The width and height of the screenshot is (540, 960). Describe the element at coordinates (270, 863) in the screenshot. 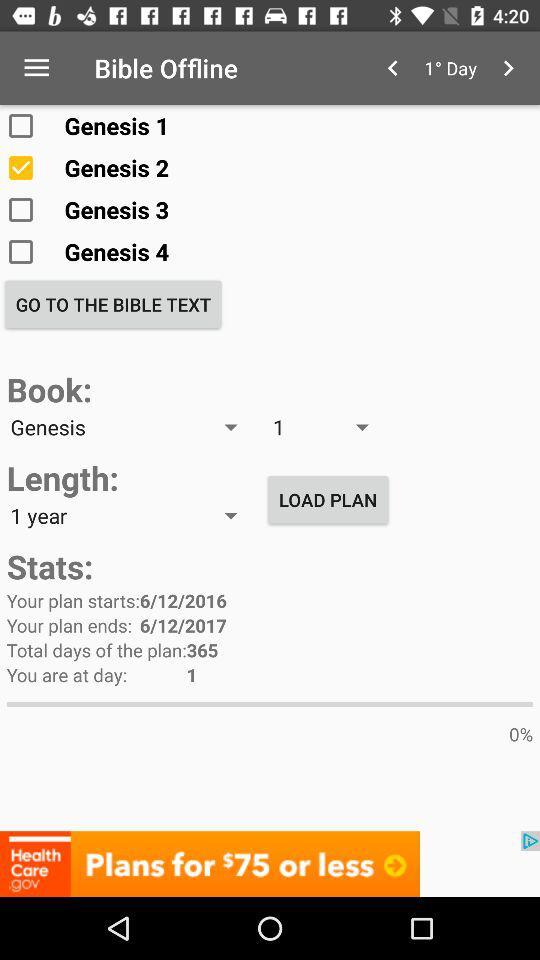

I see `click discription` at that location.